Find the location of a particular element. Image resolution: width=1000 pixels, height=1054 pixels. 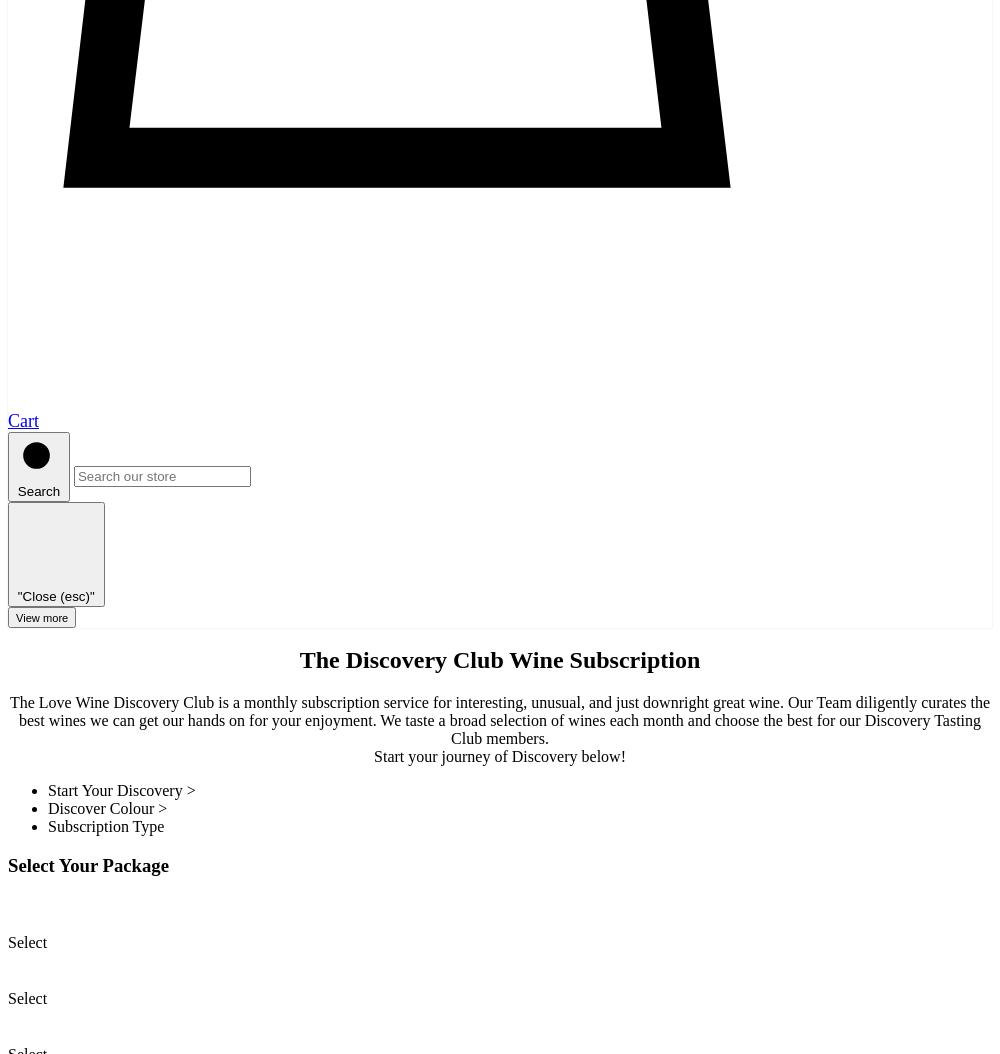

'"Close (esc)"' is located at coordinates (55, 594).